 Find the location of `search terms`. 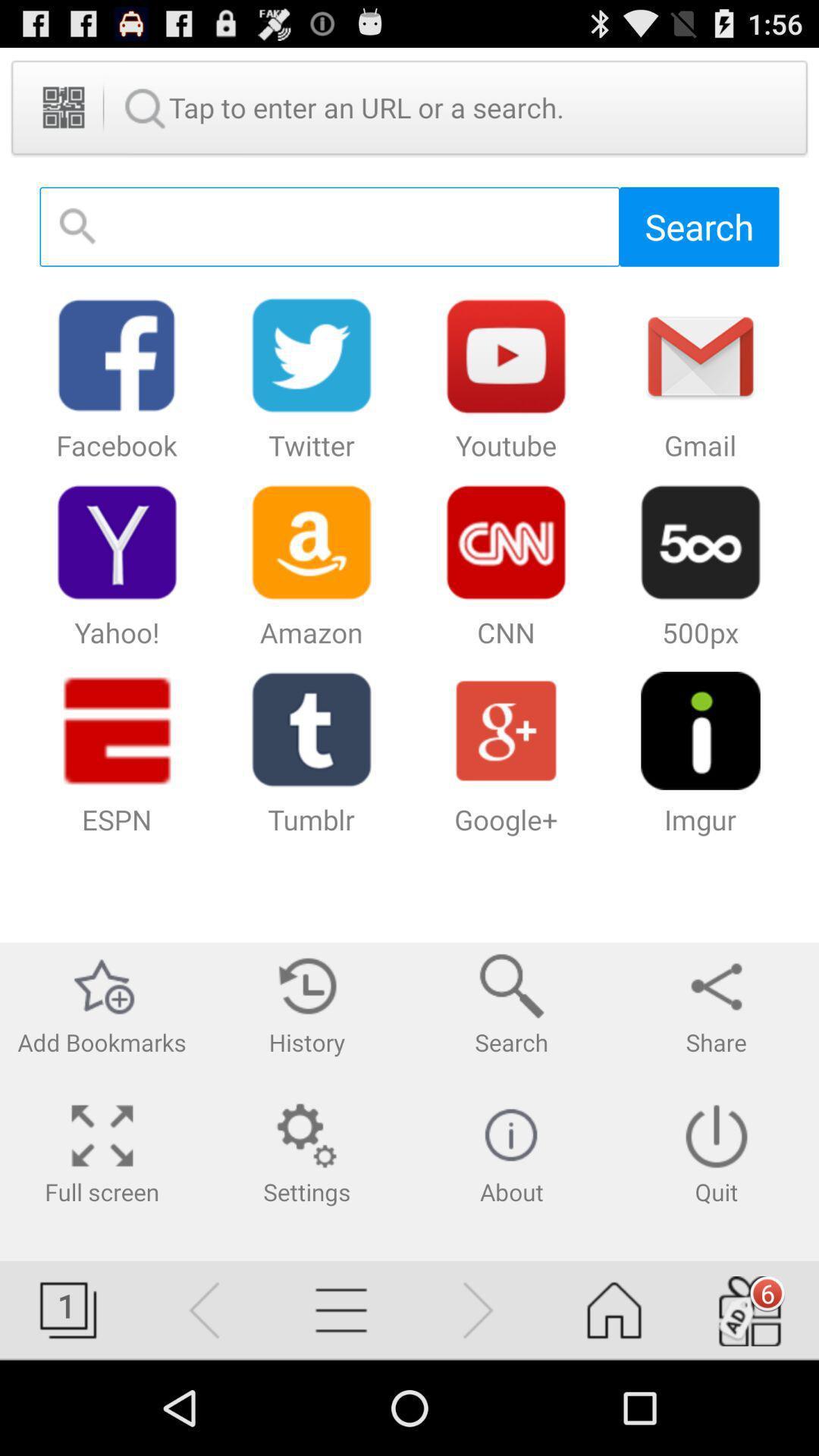

search terms is located at coordinates (329, 226).